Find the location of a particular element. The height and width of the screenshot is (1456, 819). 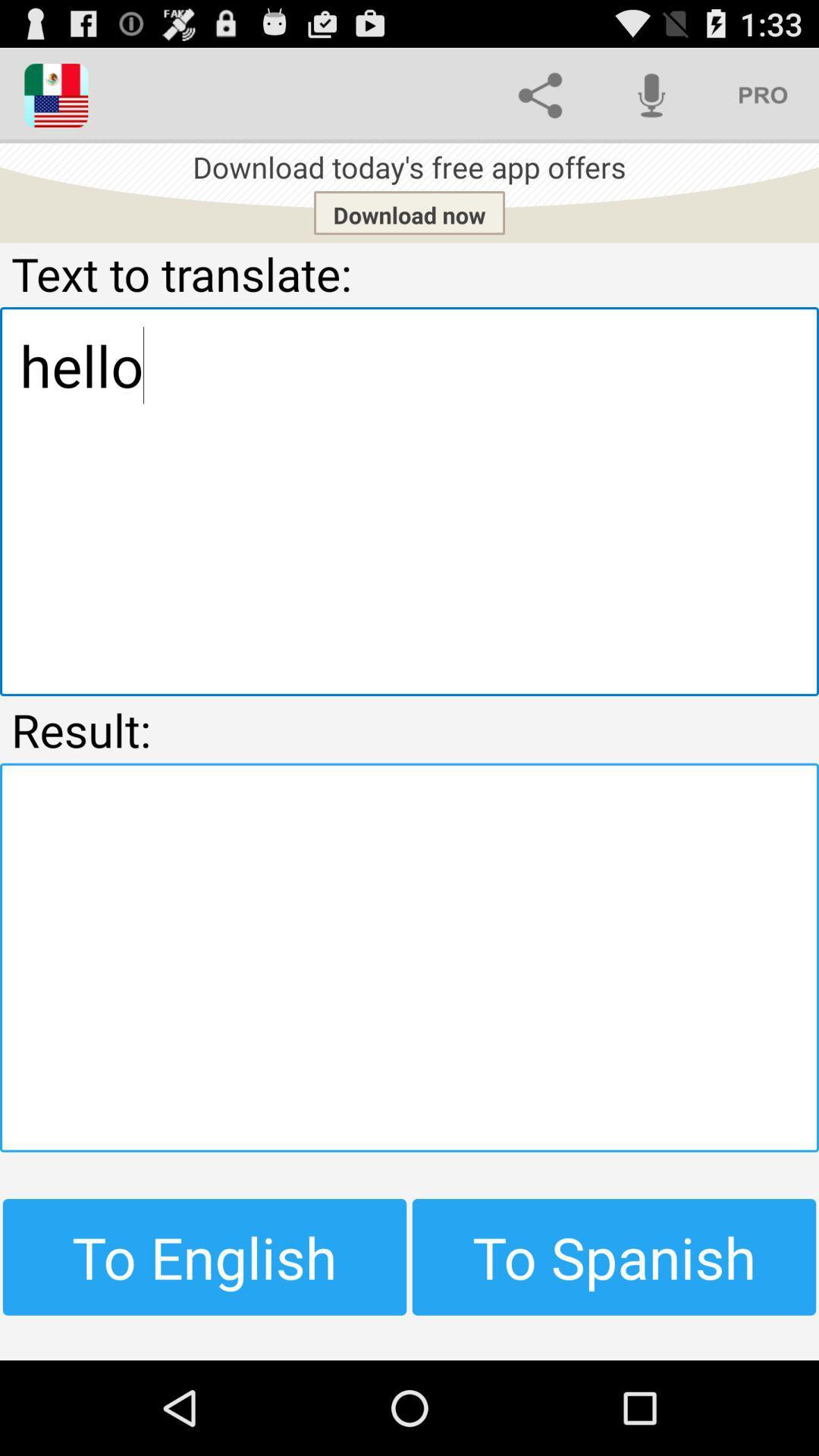

text area is located at coordinates (409, 956).